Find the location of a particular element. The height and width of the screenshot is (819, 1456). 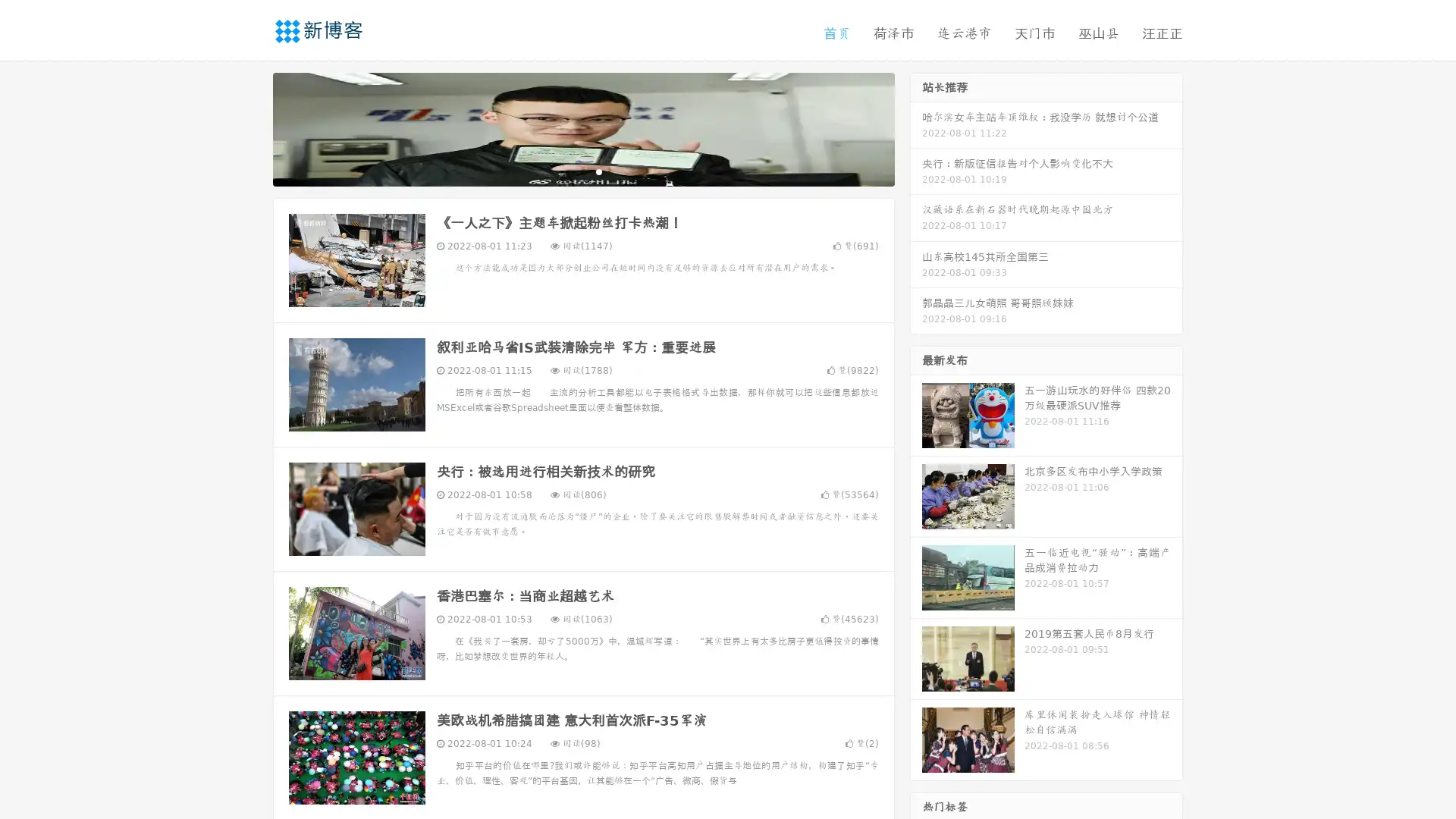

Next slide is located at coordinates (916, 127).